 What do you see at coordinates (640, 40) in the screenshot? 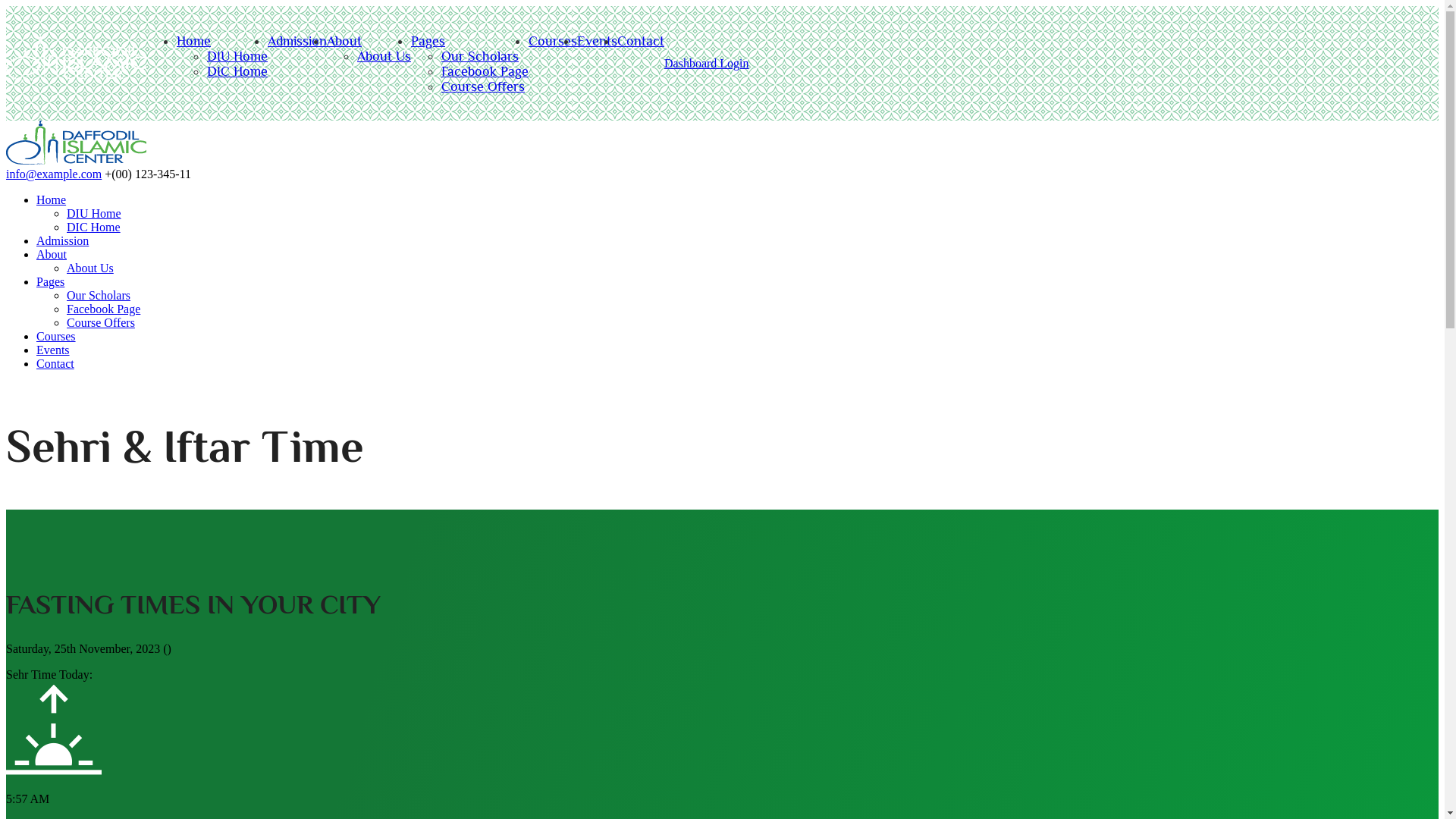
I see `'Contact'` at bounding box center [640, 40].